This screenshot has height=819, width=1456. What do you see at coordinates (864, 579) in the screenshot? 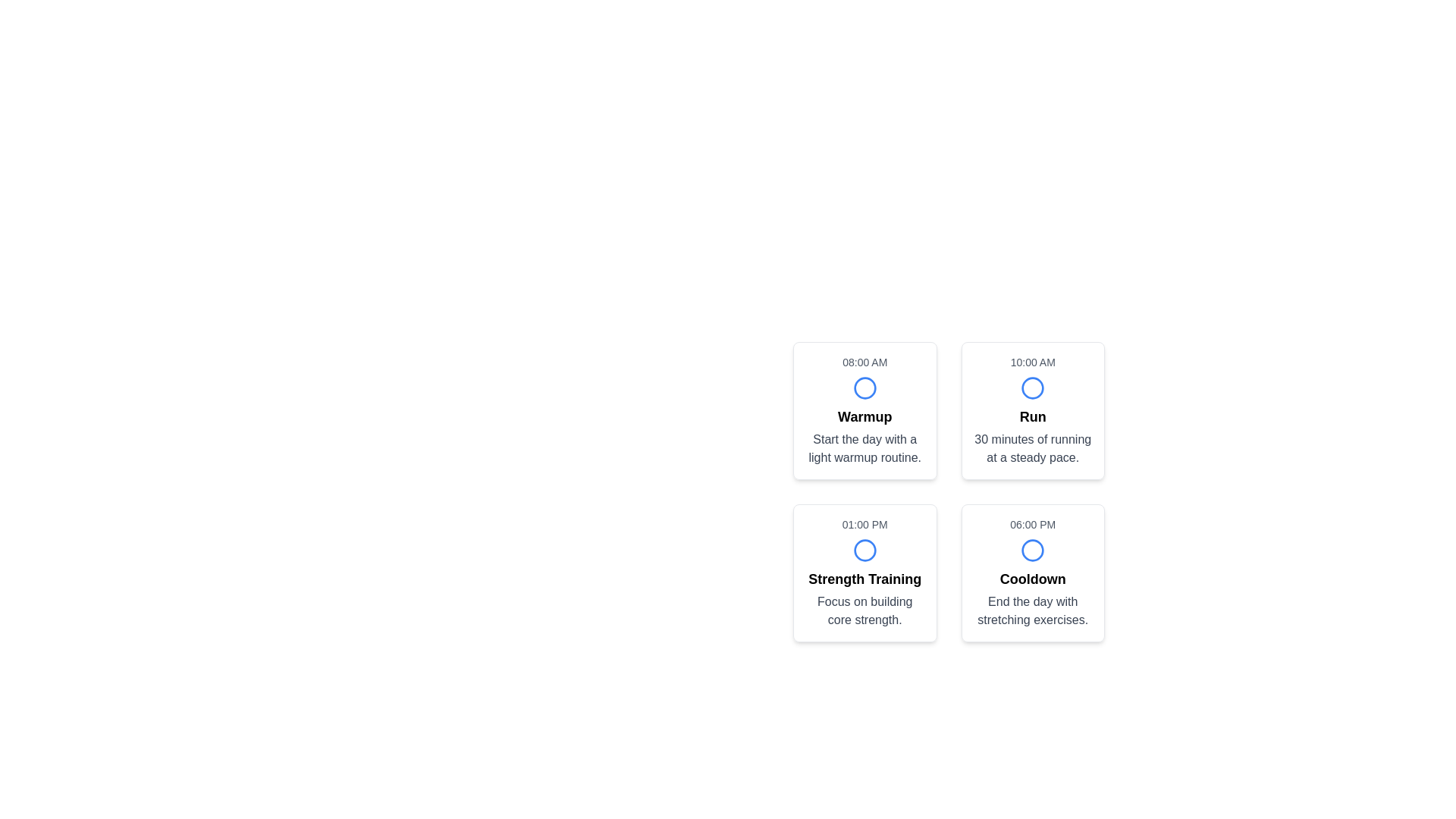
I see `the static text element displaying 'Strength Training', which is prominently styled in bold and large font, located below '01:00 PM' and above the description text` at bounding box center [864, 579].